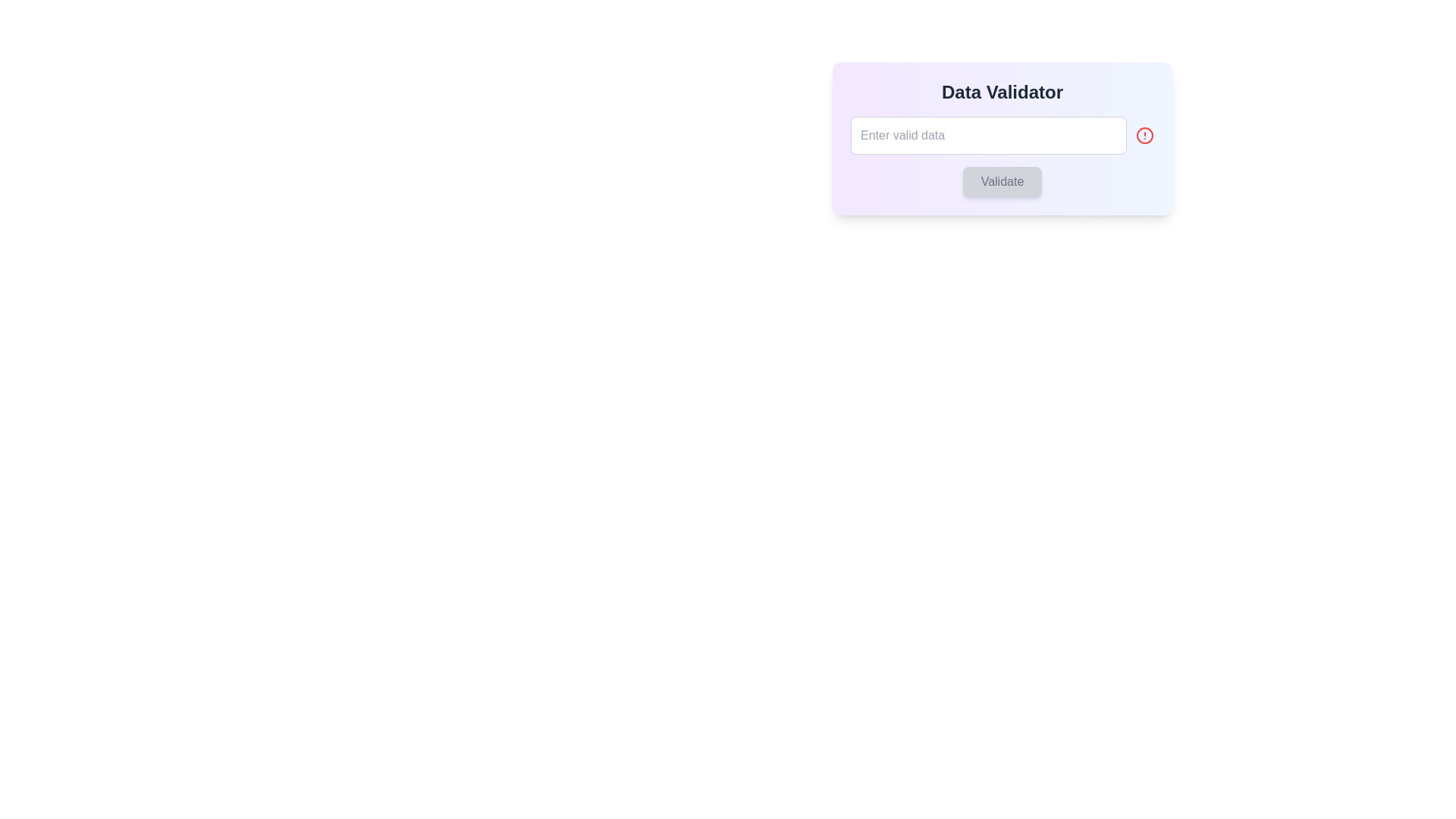 Image resolution: width=1456 pixels, height=819 pixels. What do you see at coordinates (1002, 180) in the screenshot?
I see `the disabled validation button located at the lower portion of the 'Data Validator' card layout, which is grayed out and positioned below the text input field` at bounding box center [1002, 180].